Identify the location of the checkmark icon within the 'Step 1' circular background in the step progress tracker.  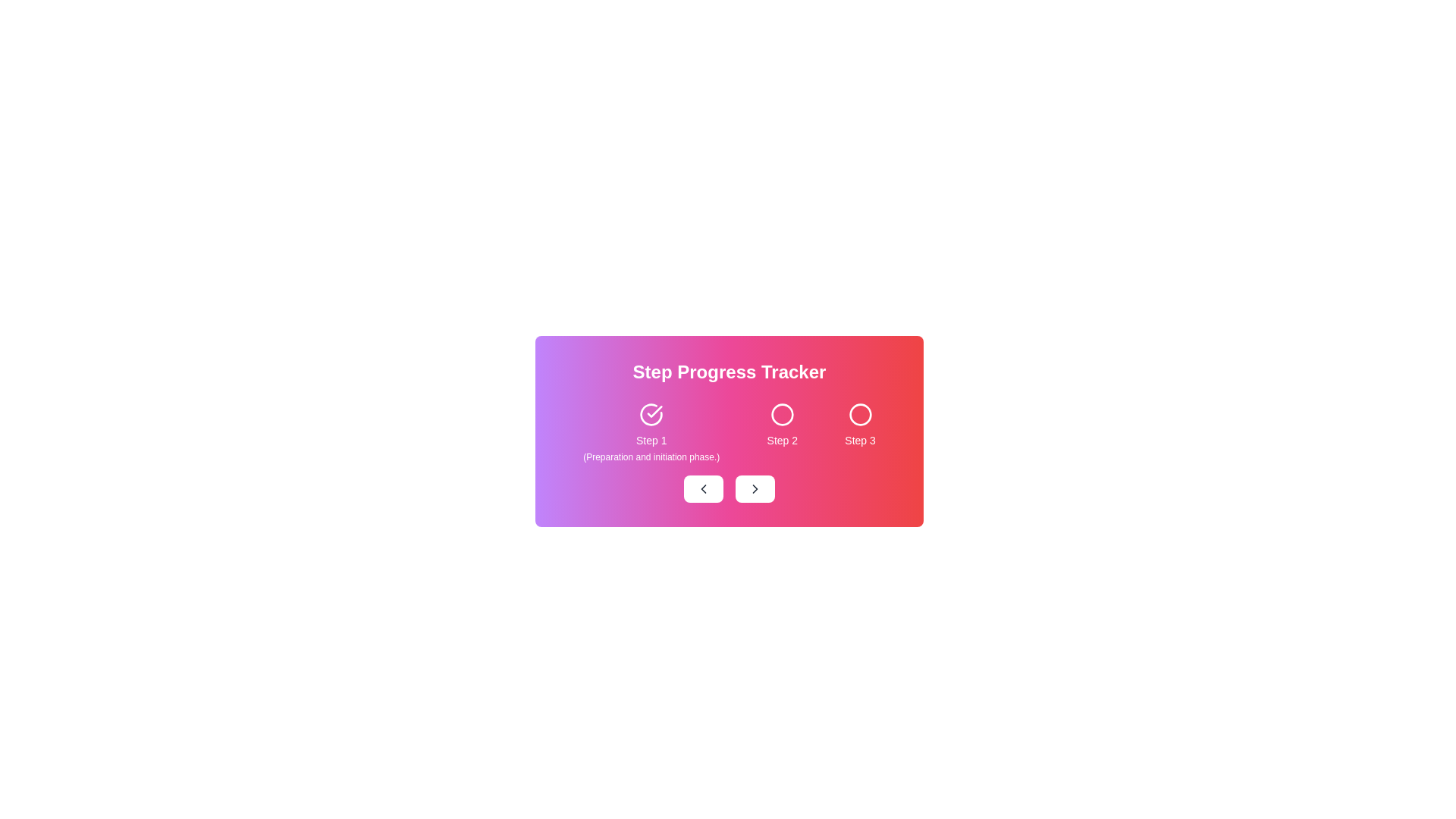
(654, 412).